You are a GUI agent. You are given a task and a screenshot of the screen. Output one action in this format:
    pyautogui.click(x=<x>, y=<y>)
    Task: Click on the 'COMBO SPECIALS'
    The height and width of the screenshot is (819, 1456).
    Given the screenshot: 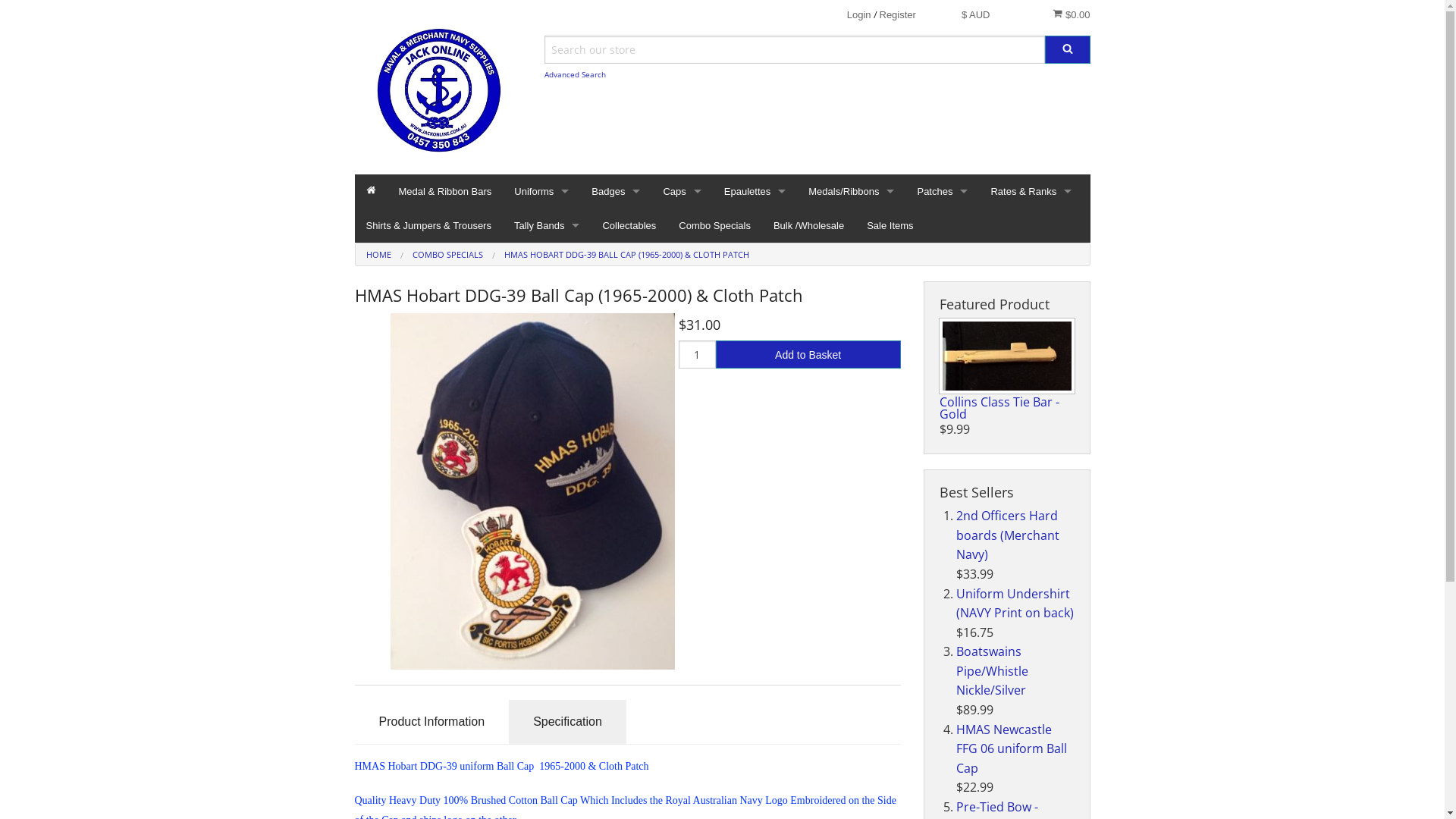 What is the action you would take?
    pyautogui.click(x=447, y=253)
    